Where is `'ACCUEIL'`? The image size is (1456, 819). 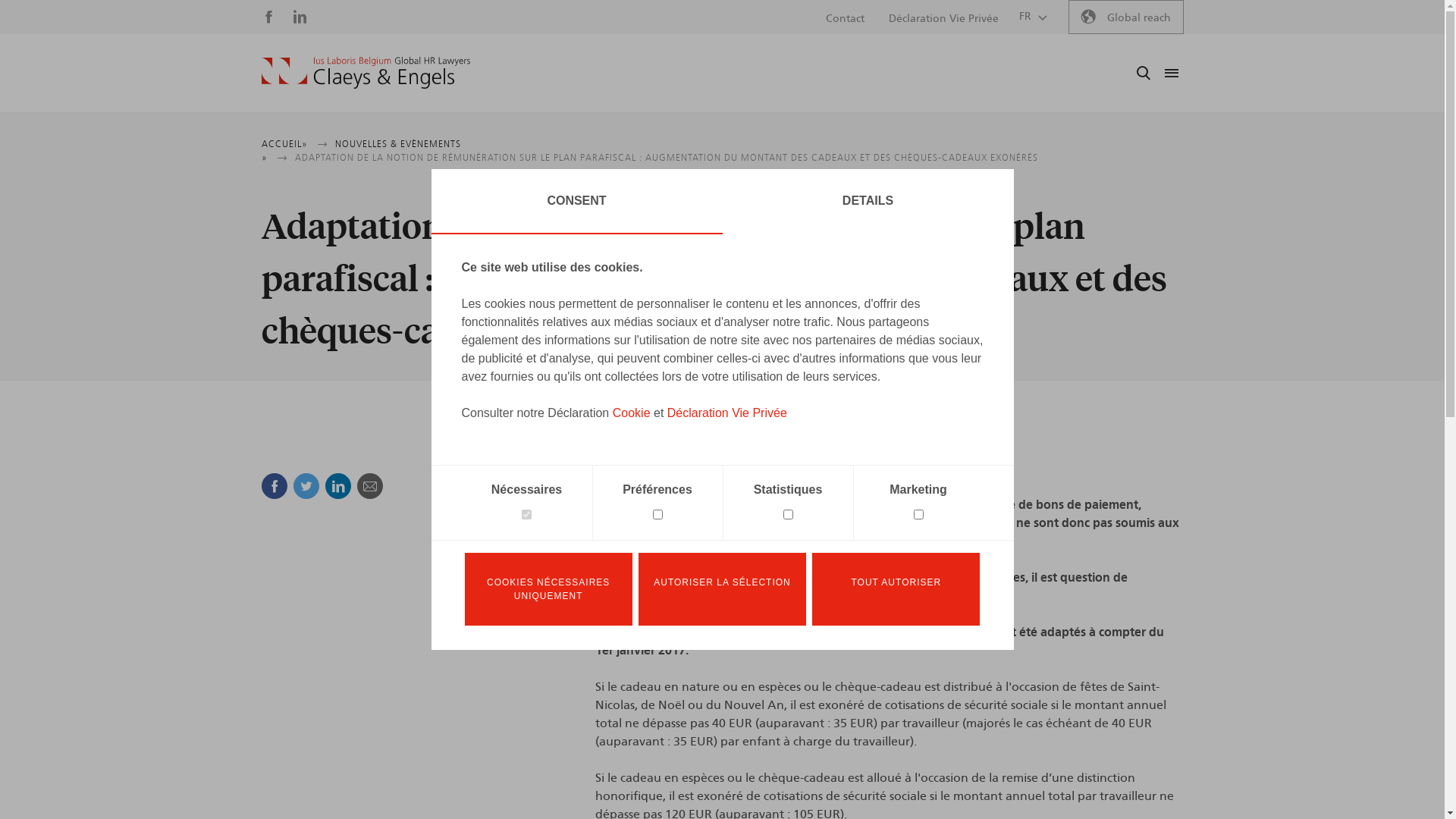
'ACCUEIL' is located at coordinates (281, 143).